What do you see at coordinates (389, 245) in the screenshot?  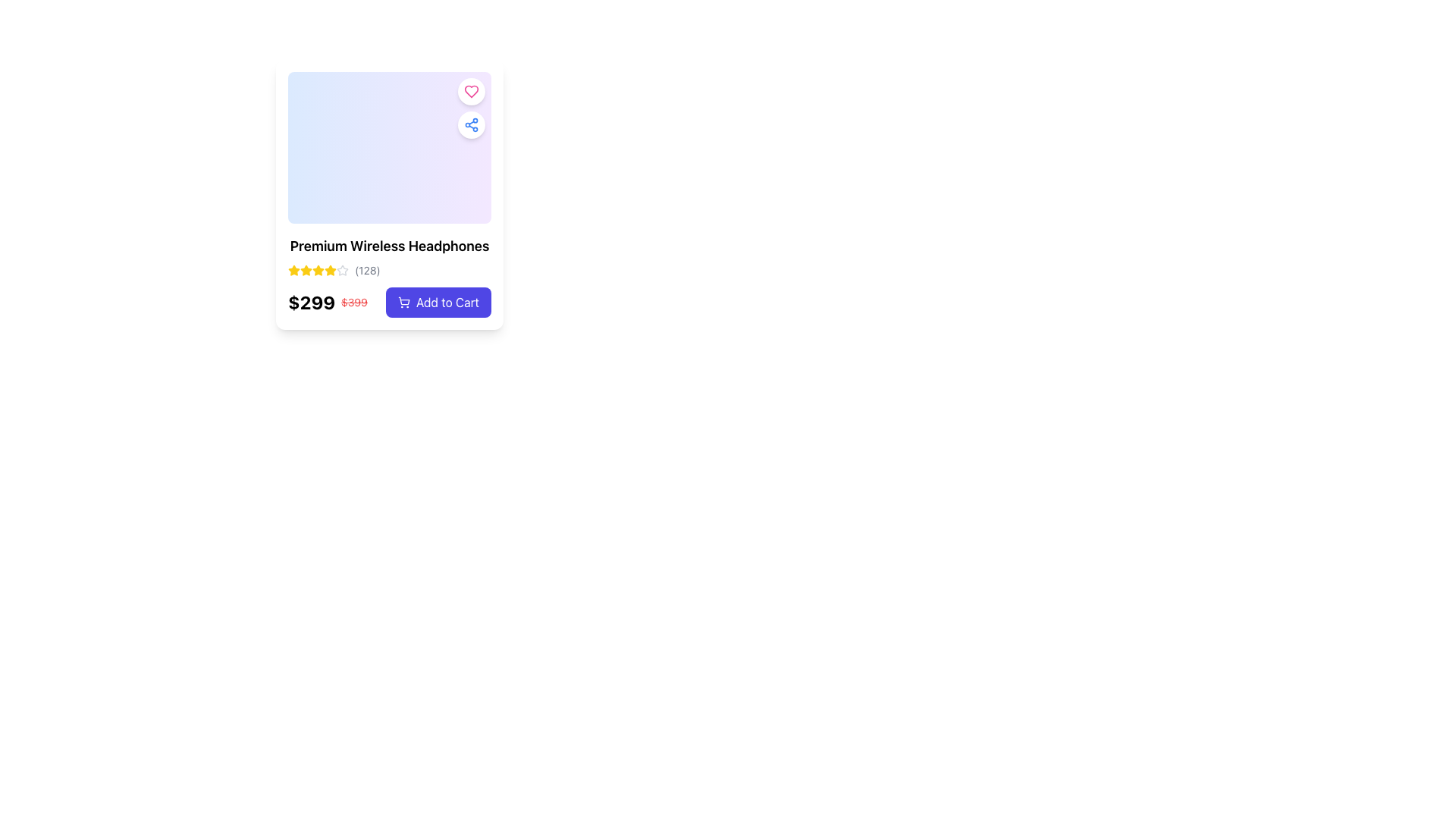 I see `the text label that serves as the title of the product showcased in the card, located near the upper portion of the product card interface` at bounding box center [389, 245].